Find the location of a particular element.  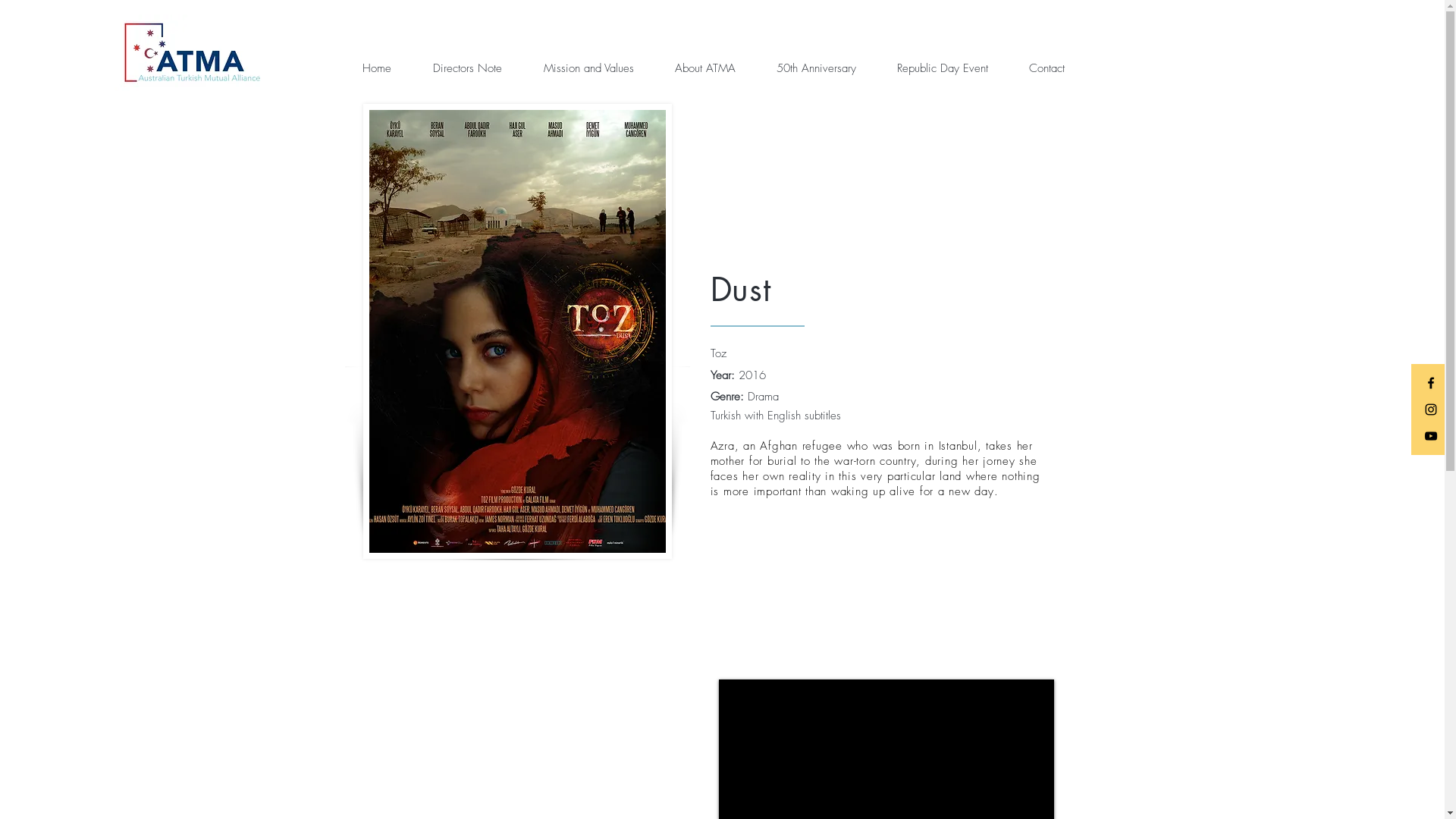

'Republic Day Event' is located at coordinates (950, 67).